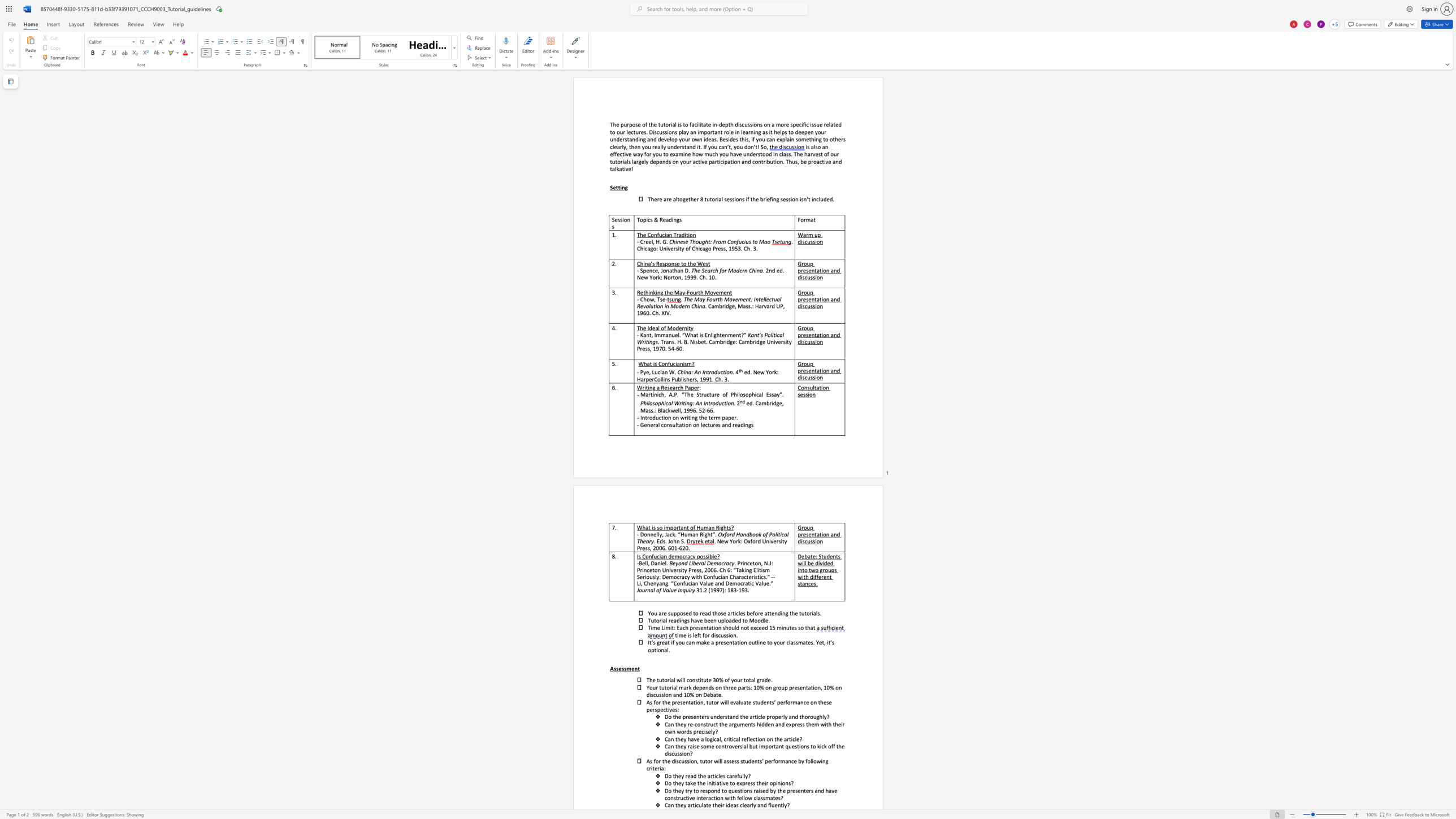  Describe the element at coordinates (633, 161) in the screenshot. I see `the space between the continuous character "l" and "a" in the text` at that location.